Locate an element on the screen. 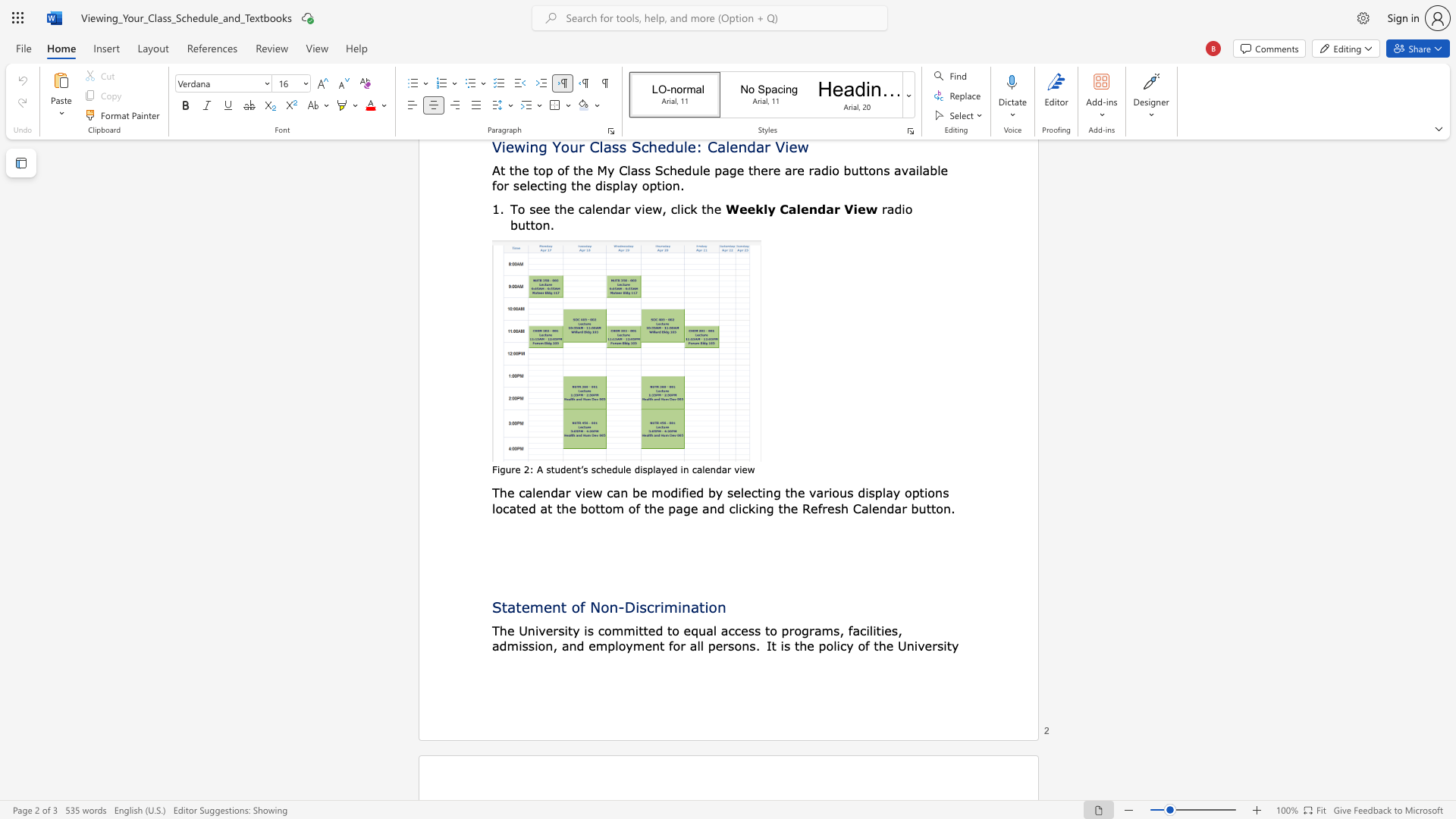 The image size is (1456, 819). the subset text "ng the Refresh Calendar" within the text "at the bottom of the page and clicking the Refresh Calendar button." is located at coordinates (758, 508).